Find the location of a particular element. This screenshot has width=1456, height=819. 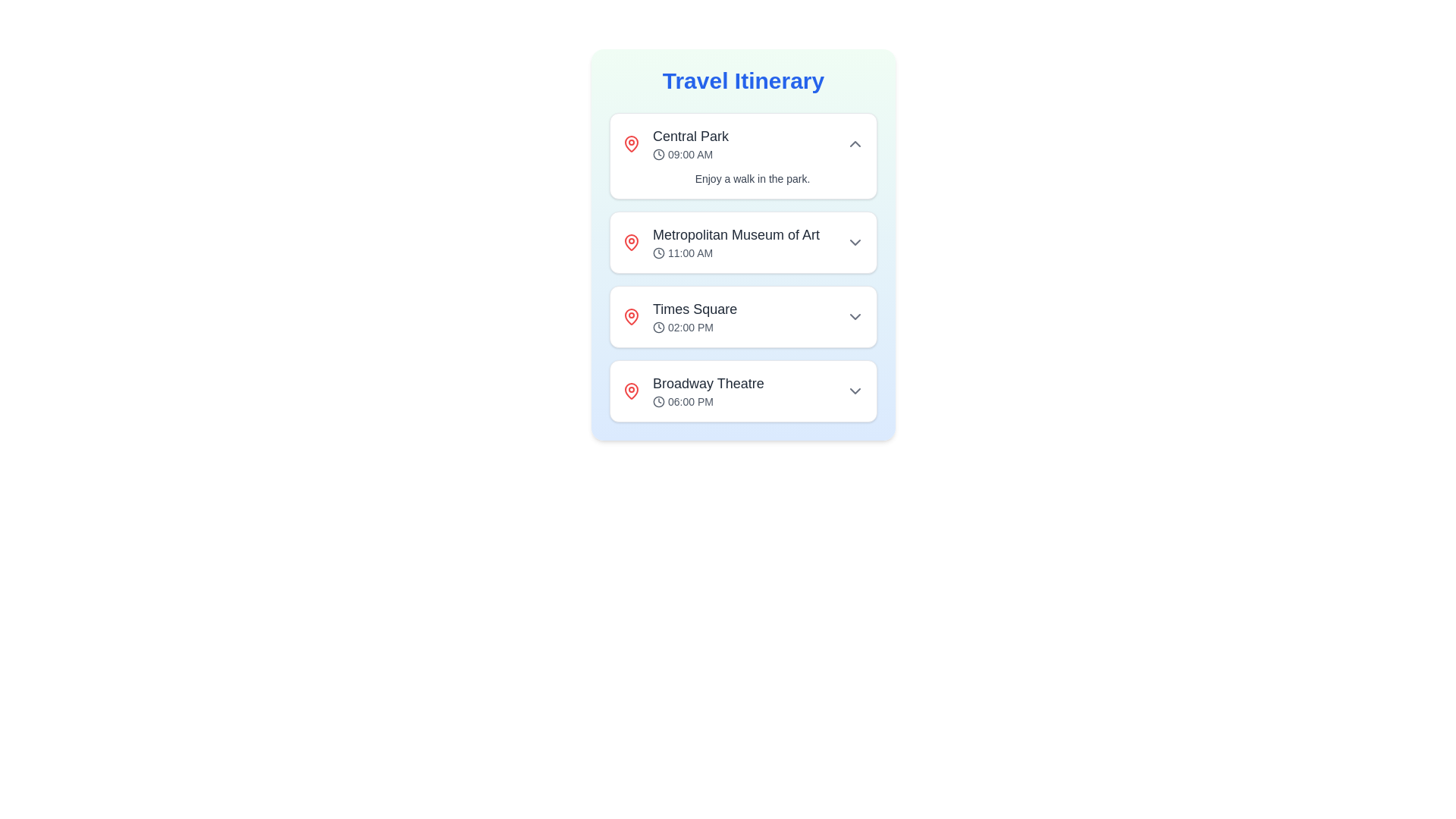

the event card for 'Broadway Theatre' at the specified coordinates to interact with the itinerary display is located at coordinates (743, 391).